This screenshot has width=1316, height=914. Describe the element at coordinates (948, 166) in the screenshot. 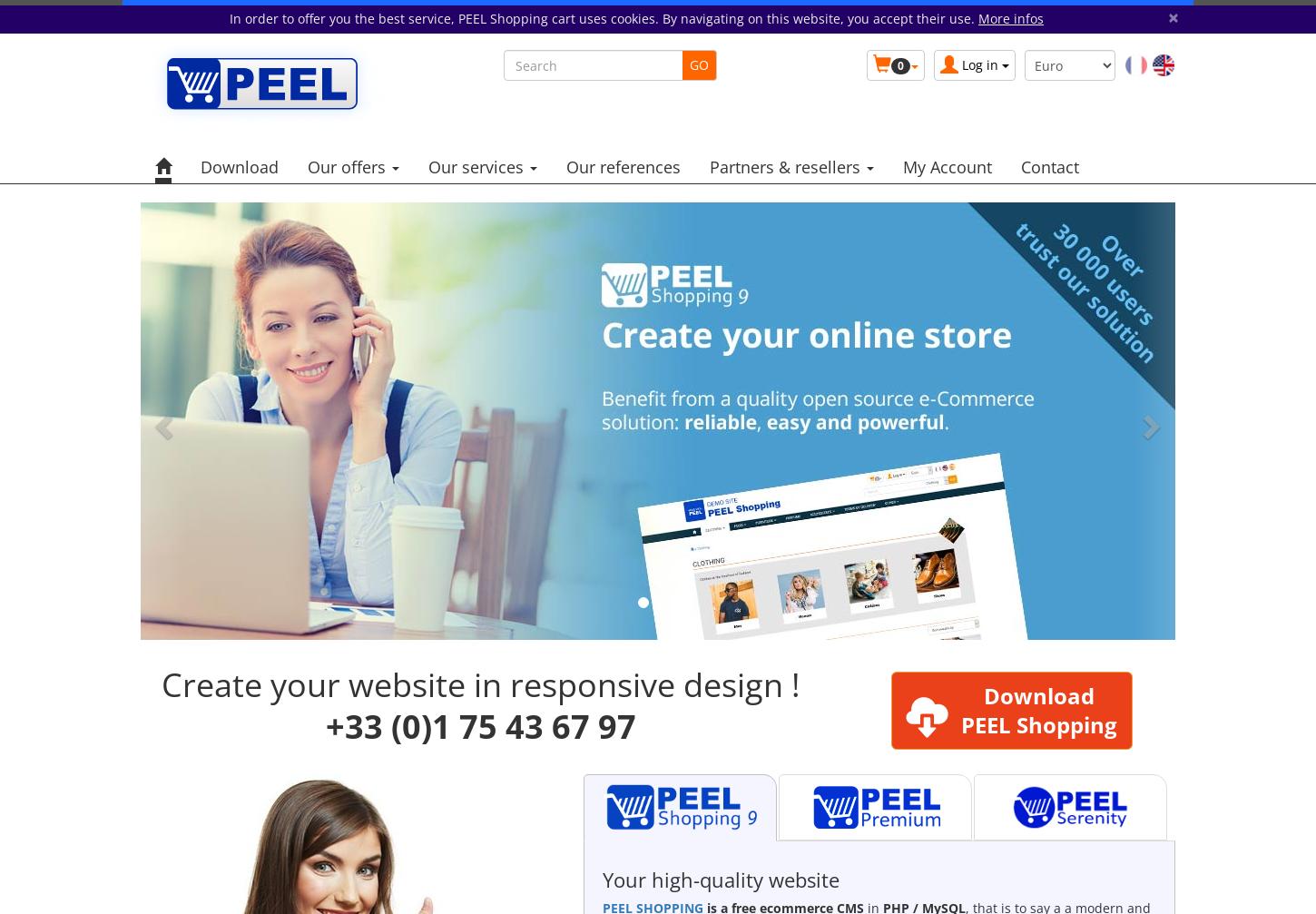

I see `'My Account'` at that location.